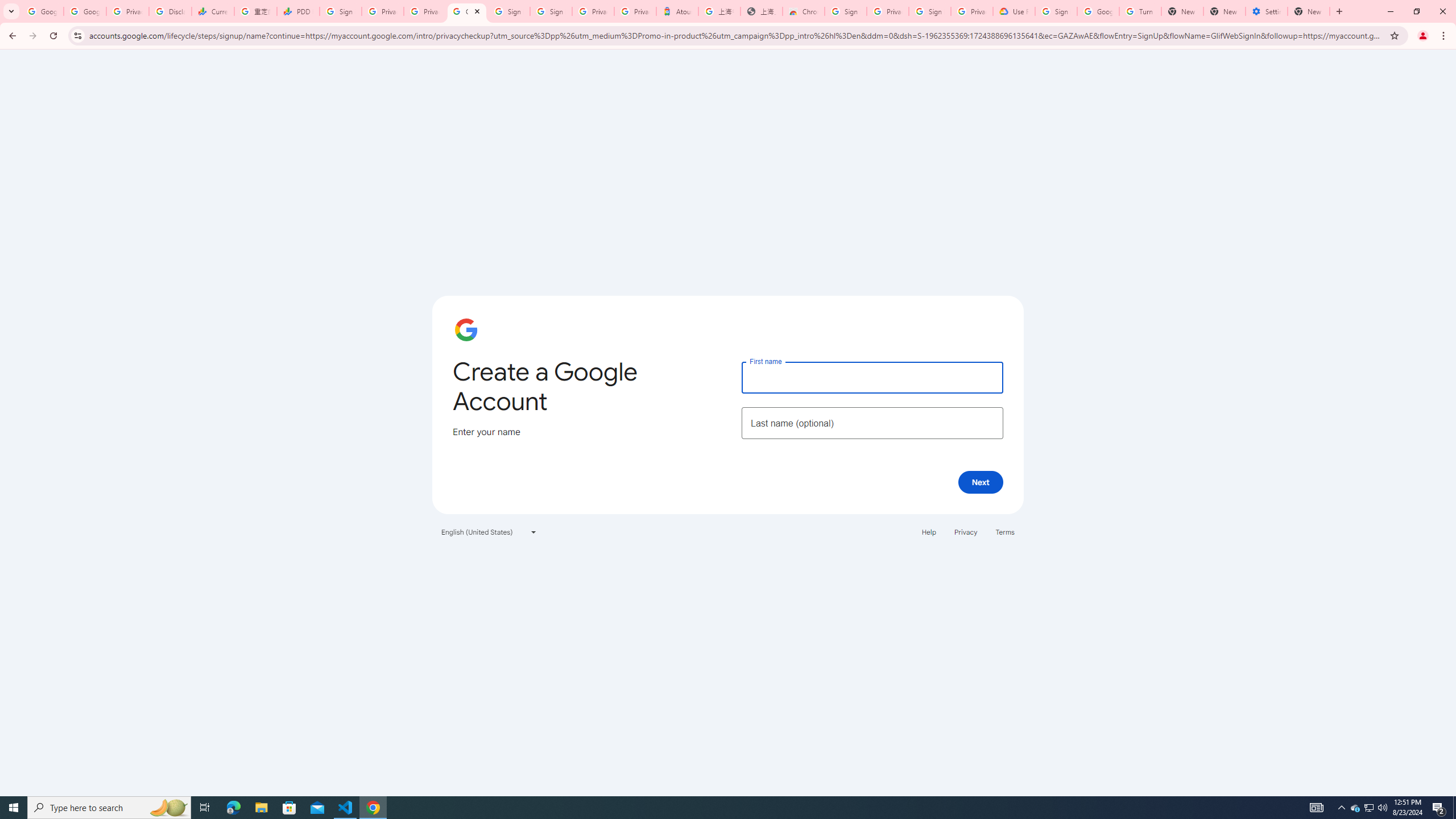 The image size is (1456, 819). I want to click on 'Chrome Web Store - Color themes by Chrome', so click(804, 11).